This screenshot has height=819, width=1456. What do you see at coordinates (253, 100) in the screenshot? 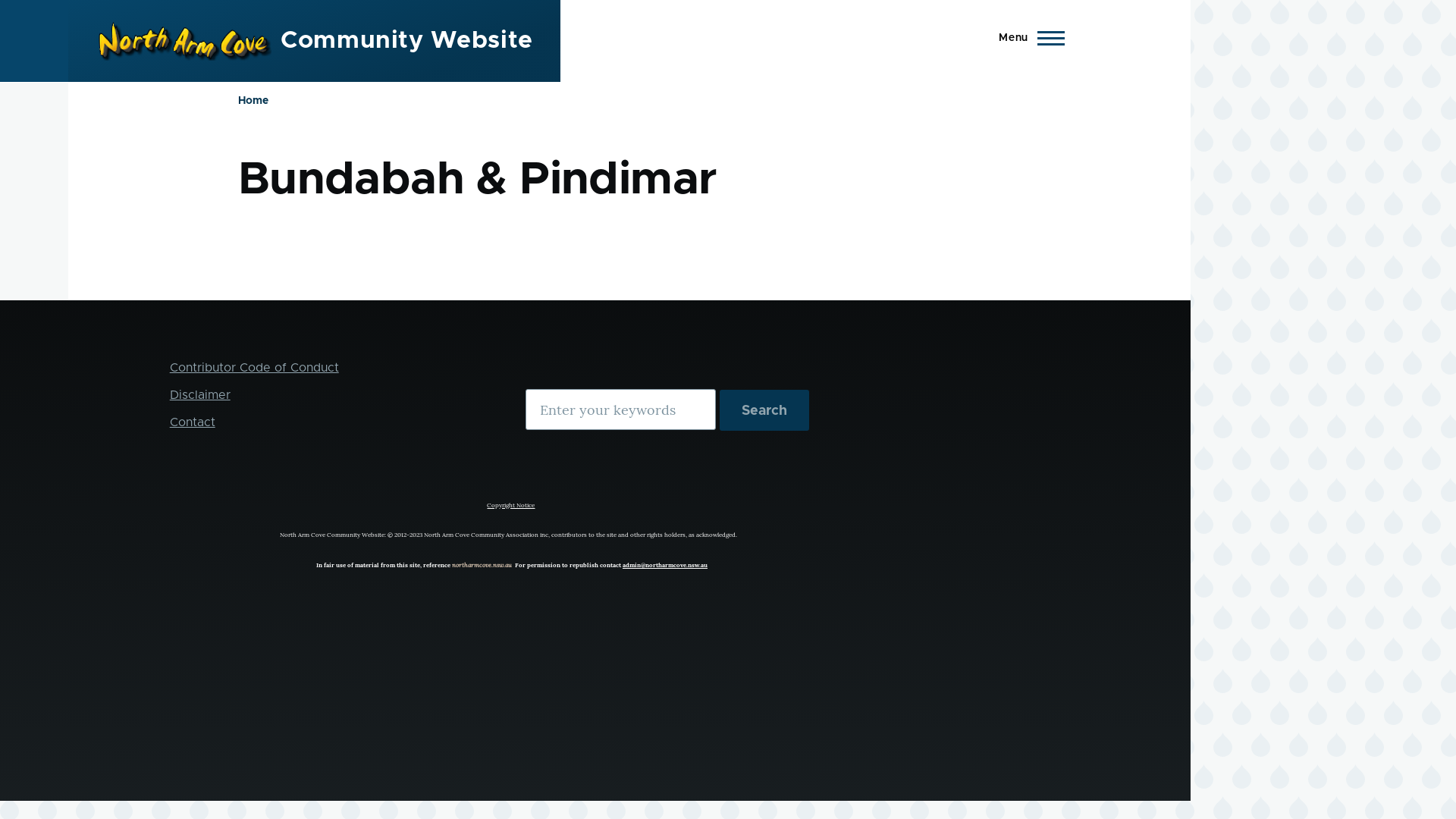
I see `'Home'` at bounding box center [253, 100].